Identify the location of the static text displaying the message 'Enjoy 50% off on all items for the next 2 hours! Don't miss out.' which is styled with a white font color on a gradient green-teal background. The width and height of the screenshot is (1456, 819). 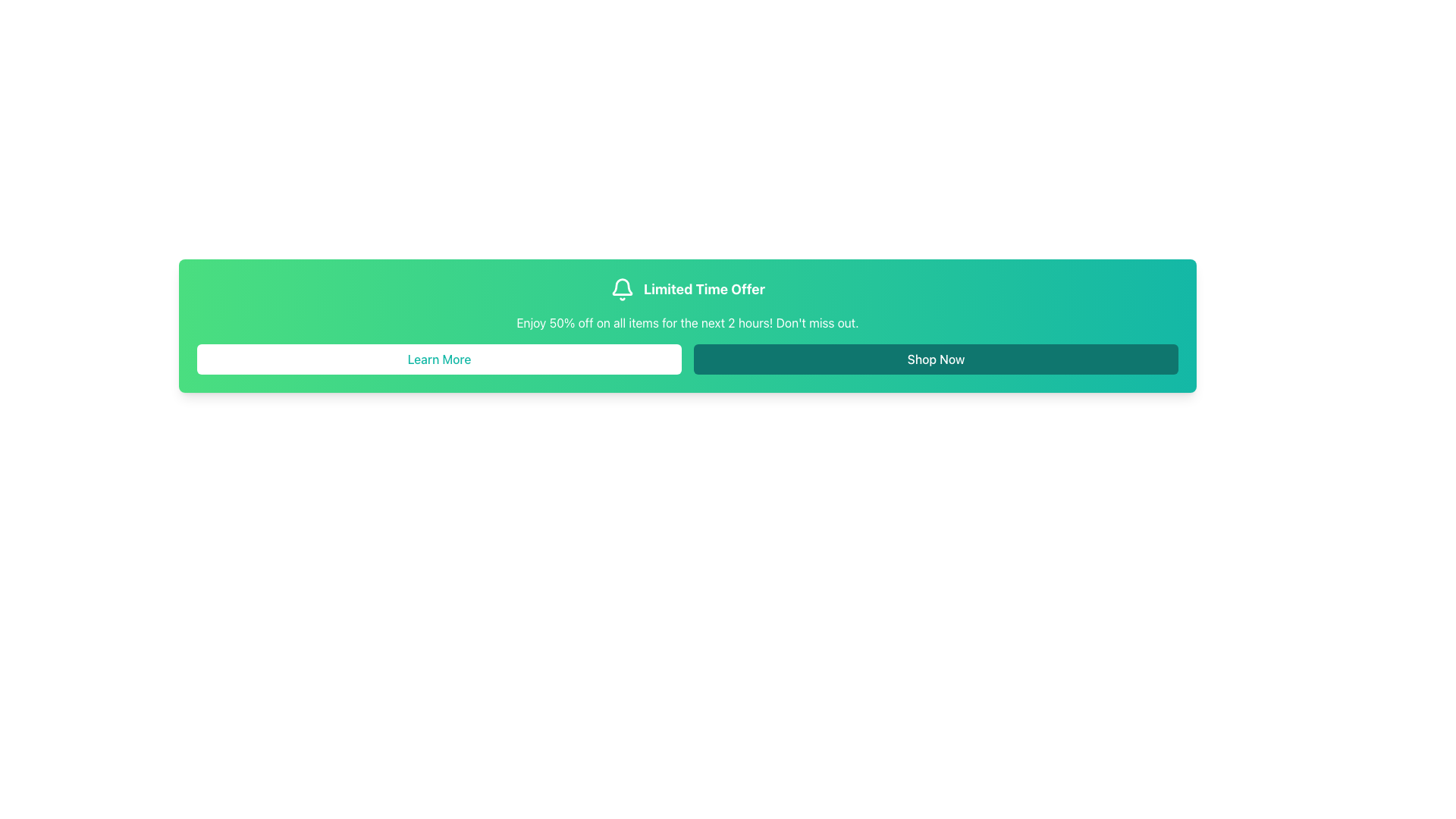
(687, 322).